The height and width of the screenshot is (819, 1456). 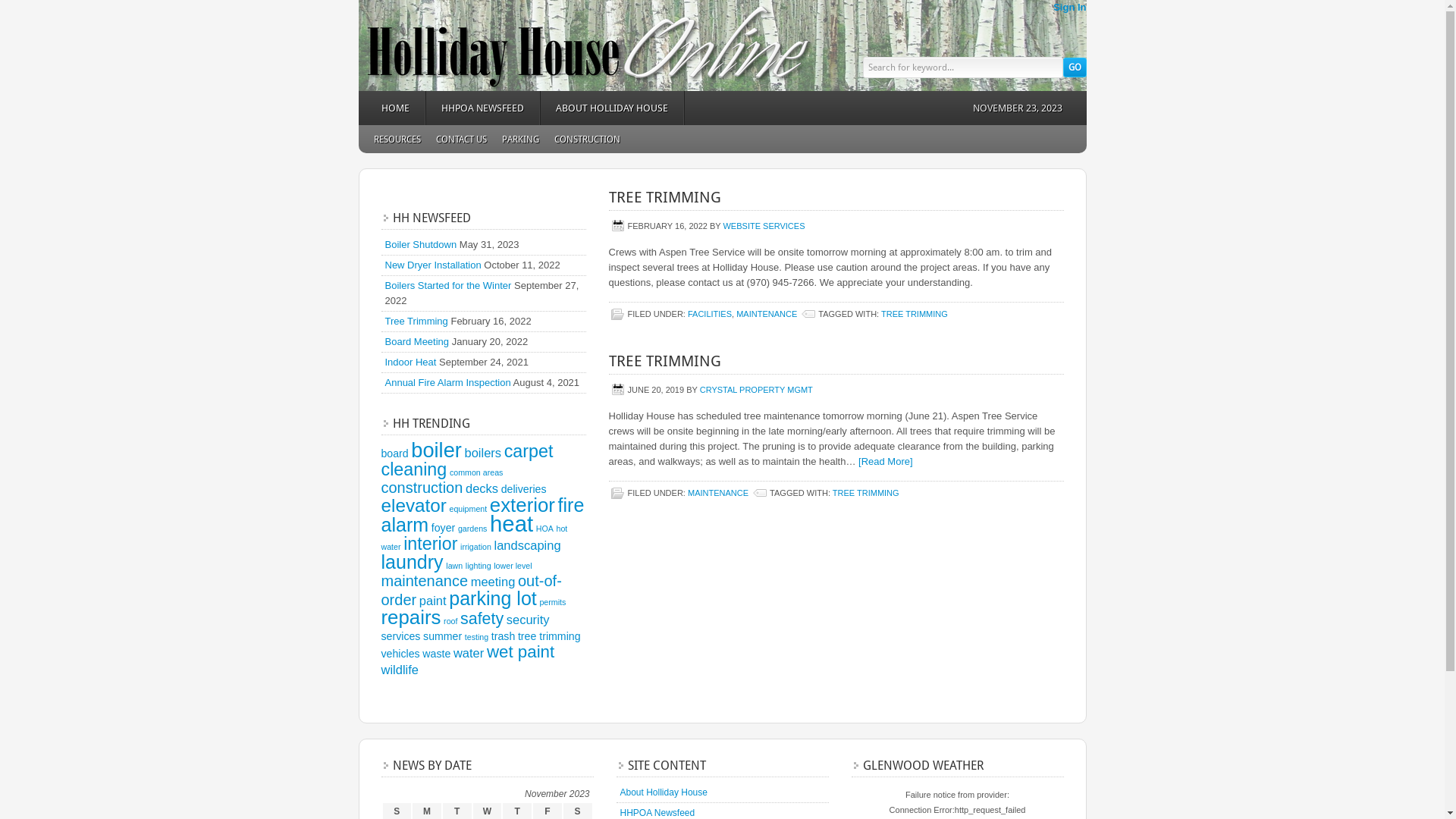 I want to click on 'TREE TRIMMING', so click(x=664, y=196).